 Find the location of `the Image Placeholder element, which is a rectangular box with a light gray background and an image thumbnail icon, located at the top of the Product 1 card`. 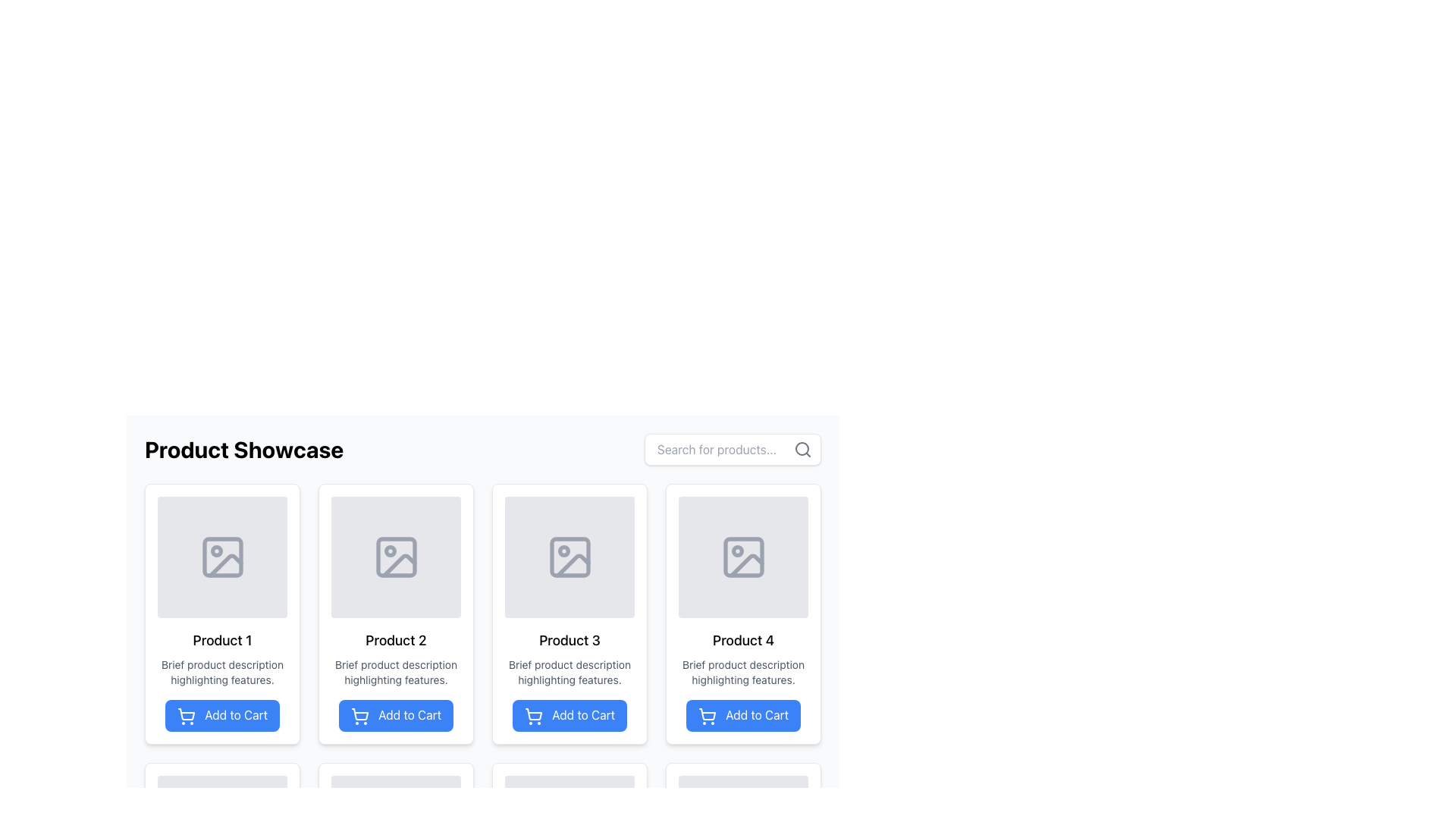

the Image Placeholder element, which is a rectangular box with a light gray background and an image thumbnail icon, located at the top of the Product 1 card is located at coordinates (221, 557).